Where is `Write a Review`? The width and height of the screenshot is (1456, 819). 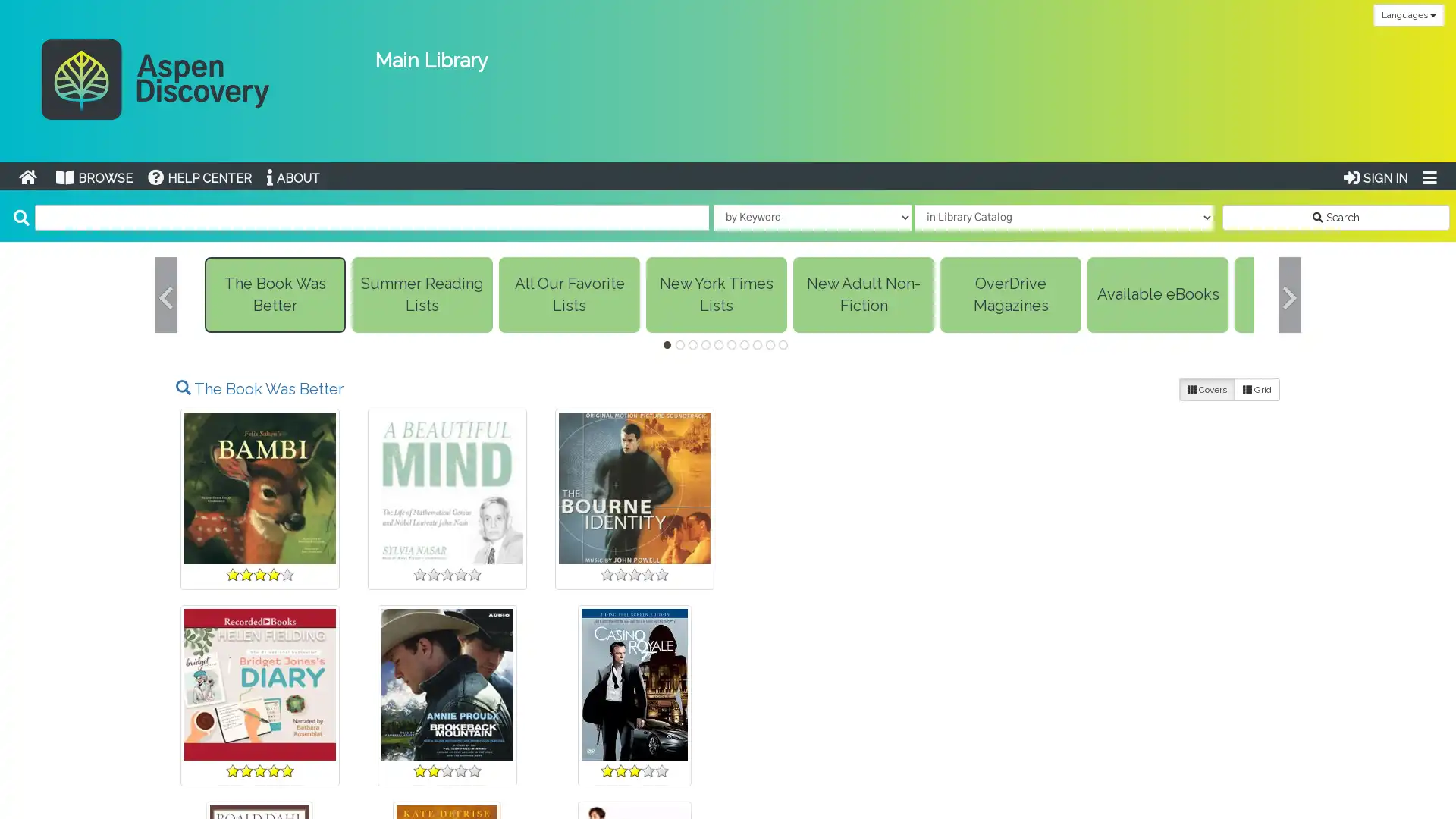 Write a Review is located at coordinates (446, 772).